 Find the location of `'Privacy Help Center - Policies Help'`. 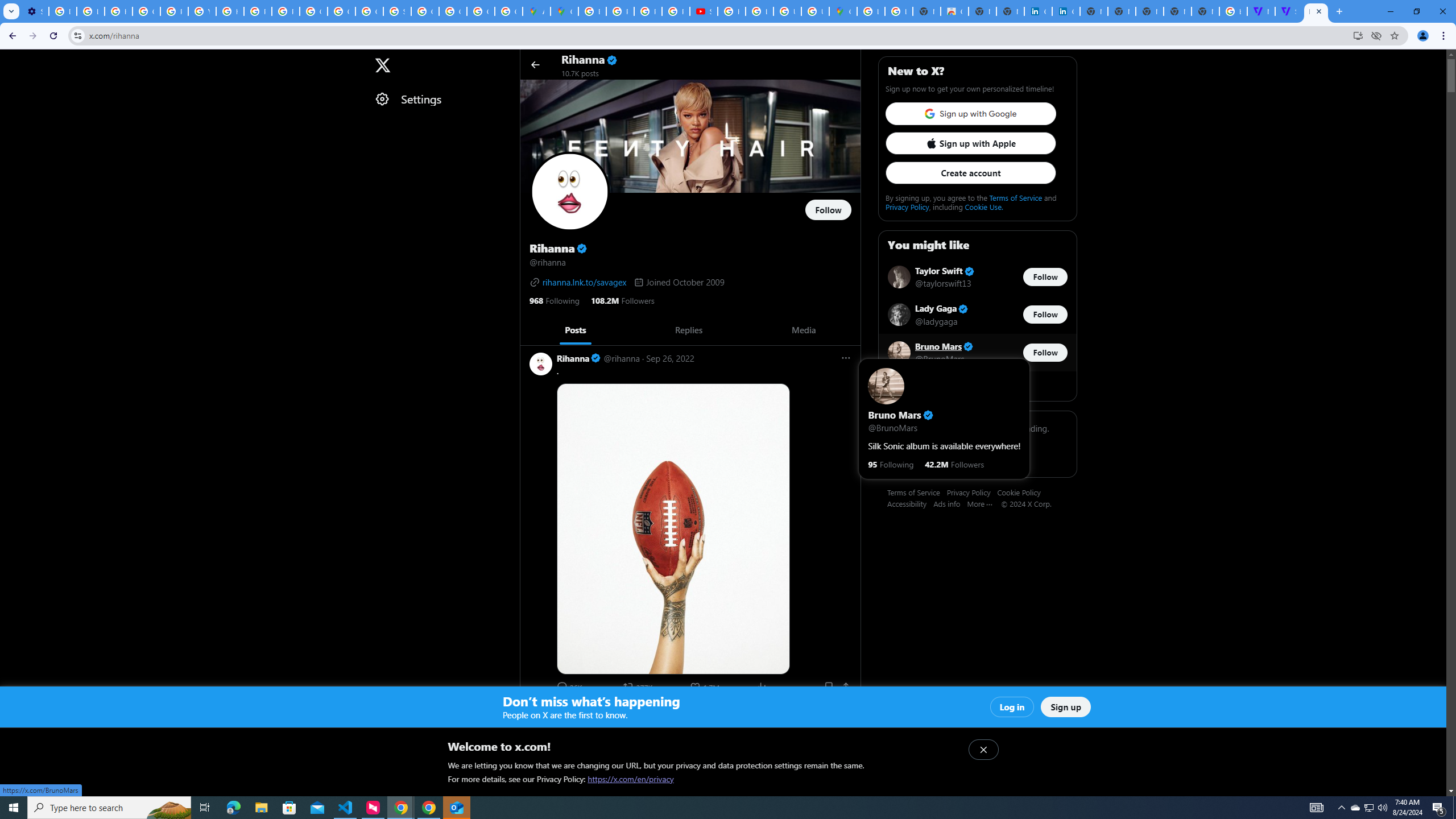

'Privacy Help Center - Policies Help' is located at coordinates (174, 11).